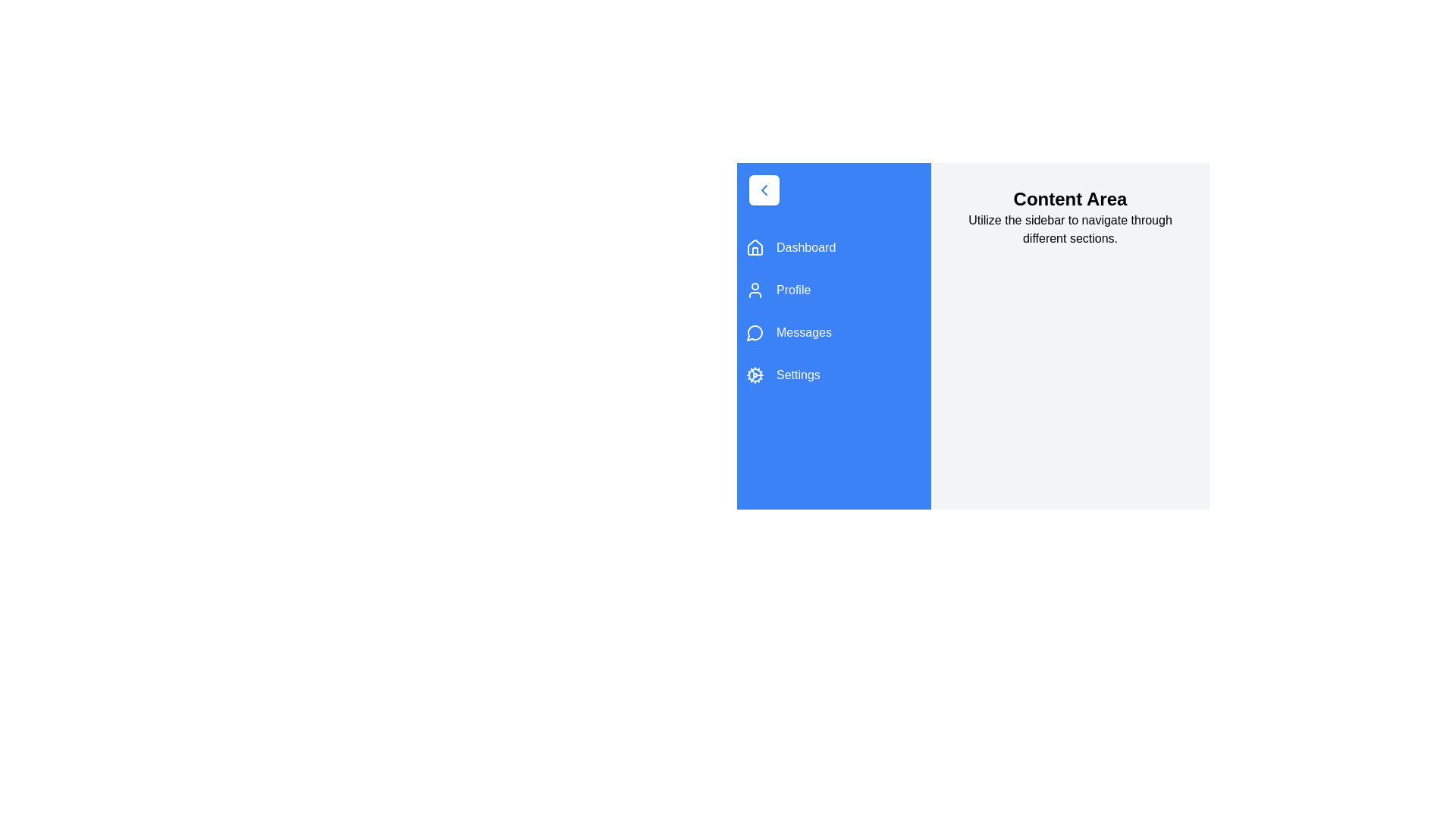 The height and width of the screenshot is (819, 1456). What do you see at coordinates (764, 189) in the screenshot?
I see `toggle button on the sidebar to expand or collapse it` at bounding box center [764, 189].